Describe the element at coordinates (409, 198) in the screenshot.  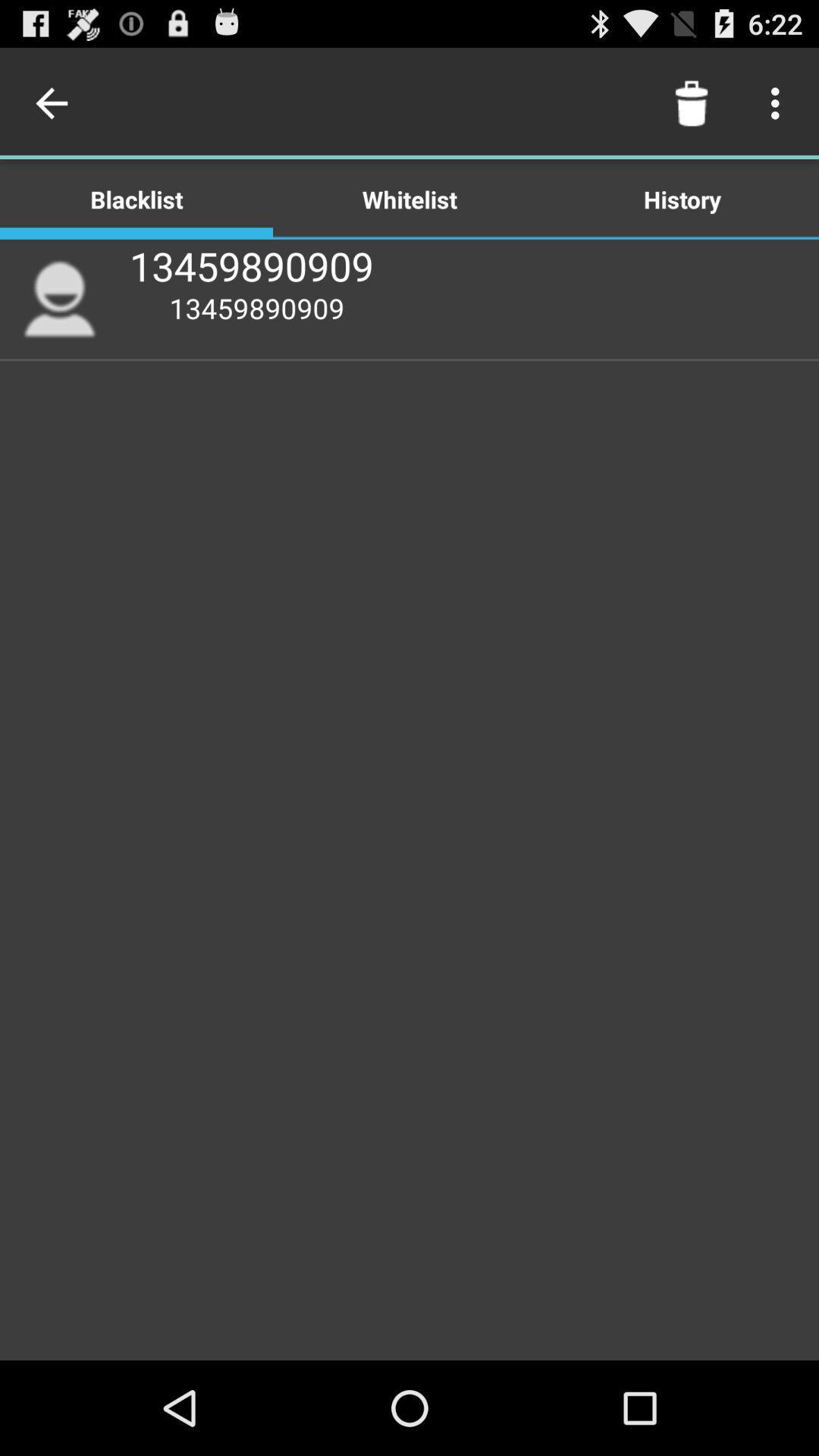
I see `the item next to history icon` at that location.